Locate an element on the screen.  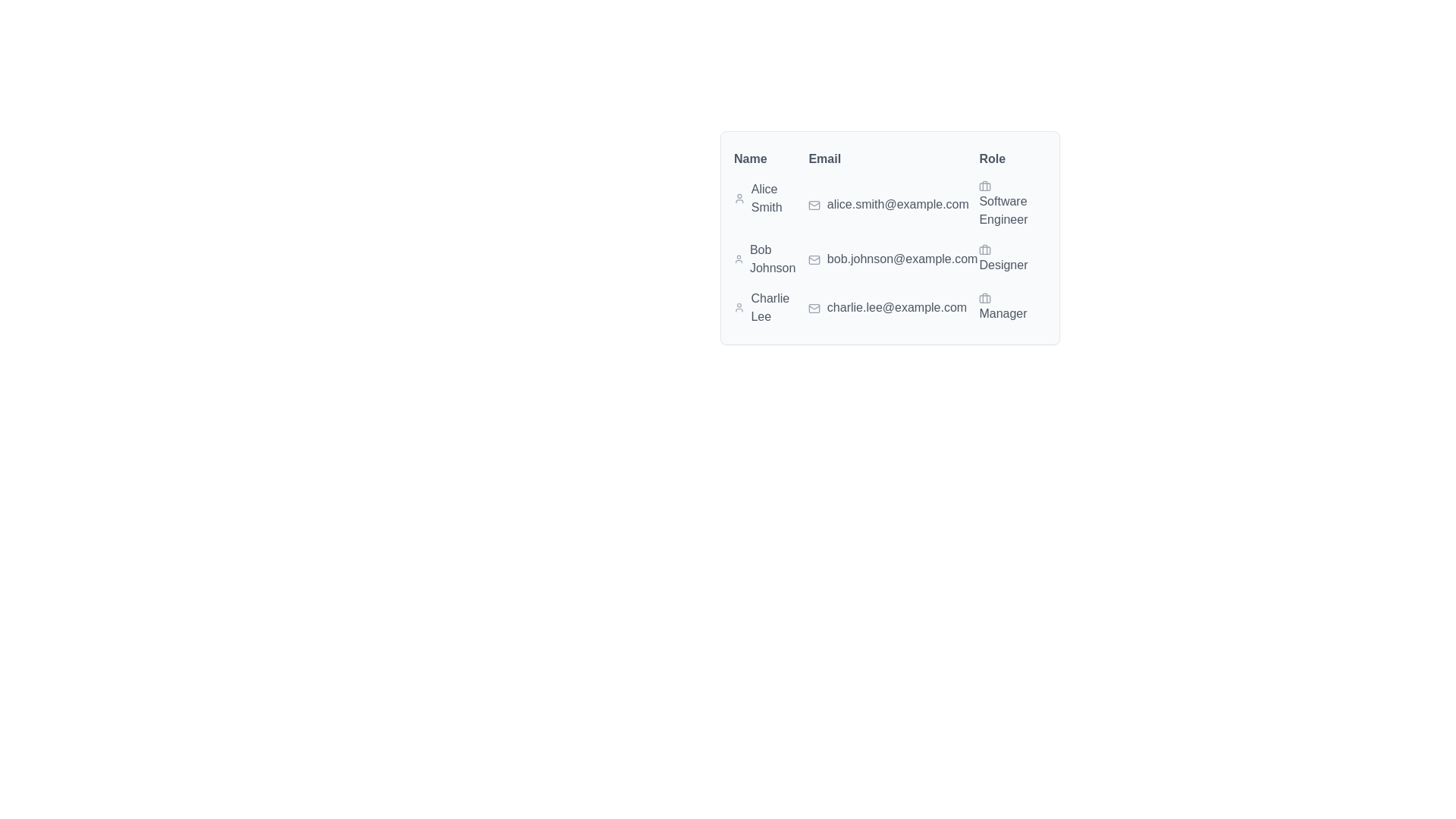
email address 'charlie.lee@example.com' displayed in the Static text element located in the 'Email' column next to Charlie Lee's name is located at coordinates (893, 307).